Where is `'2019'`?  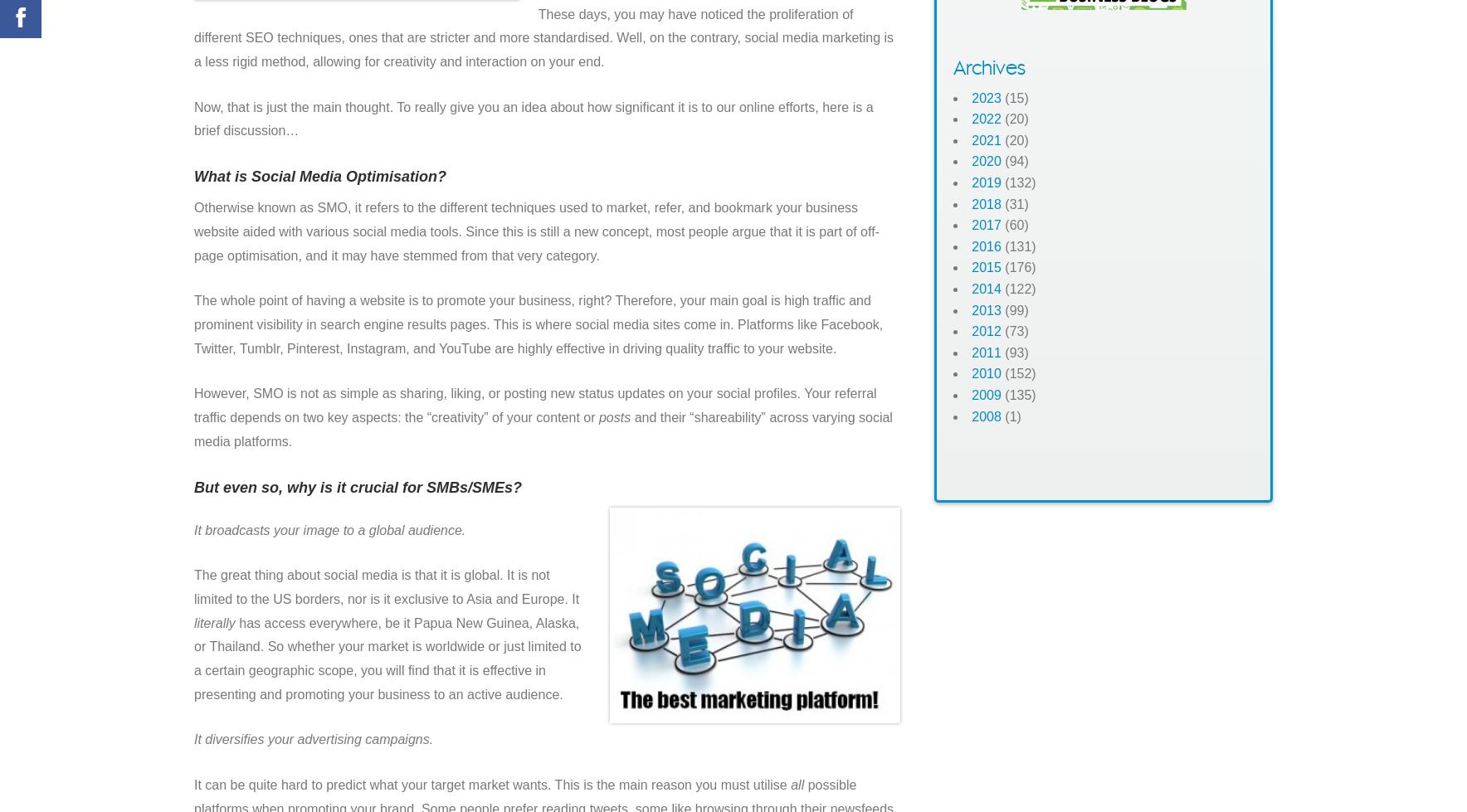
'2019' is located at coordinates (986, 182).